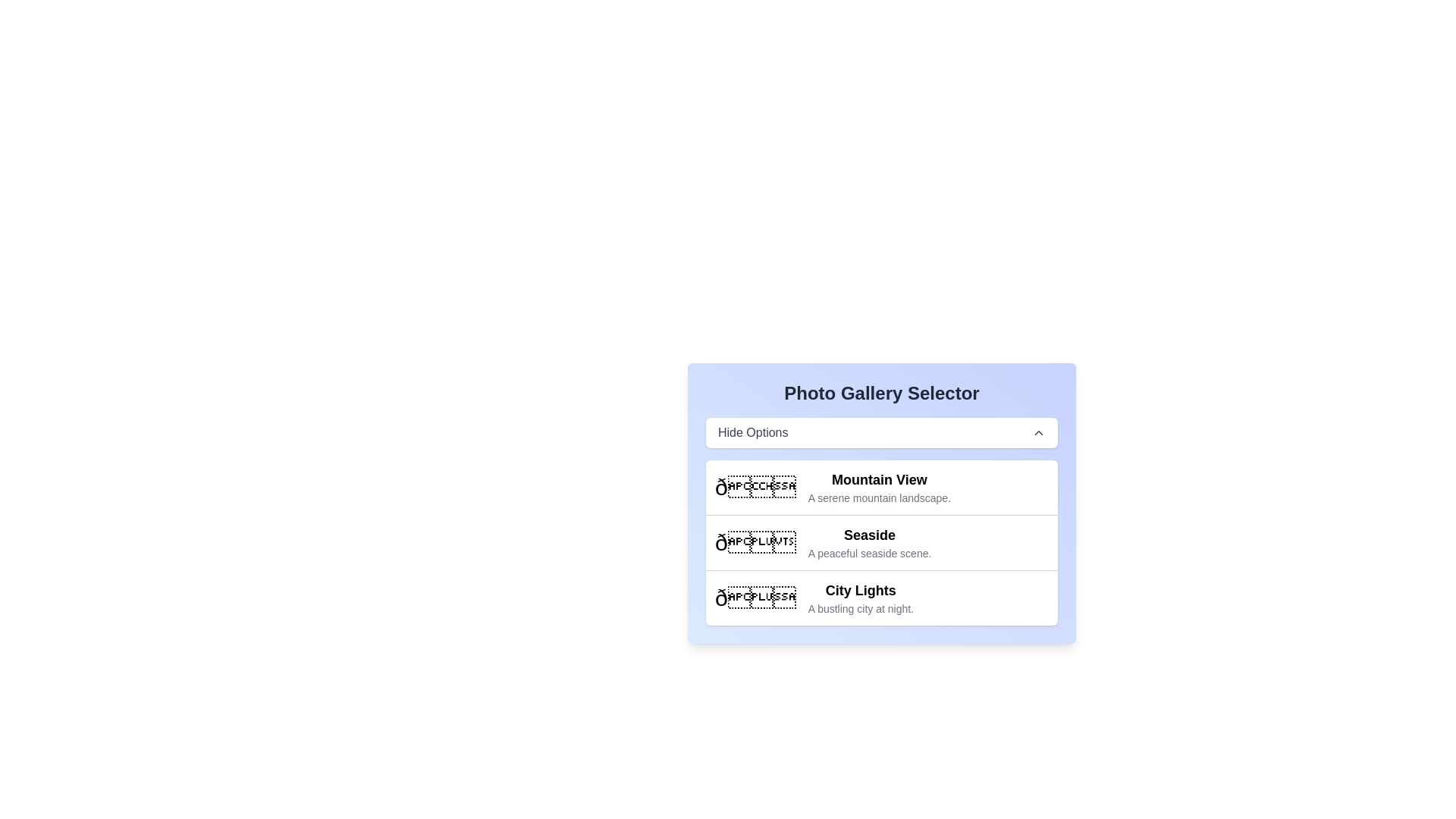 This screenshot has width=1456, height=819. I want to click on the text label component that displays a bold title 'Mountain View' and a subtitle 'A serene mountain landscape.', located in the second row of a vertically stacked list, so click(879, 488).